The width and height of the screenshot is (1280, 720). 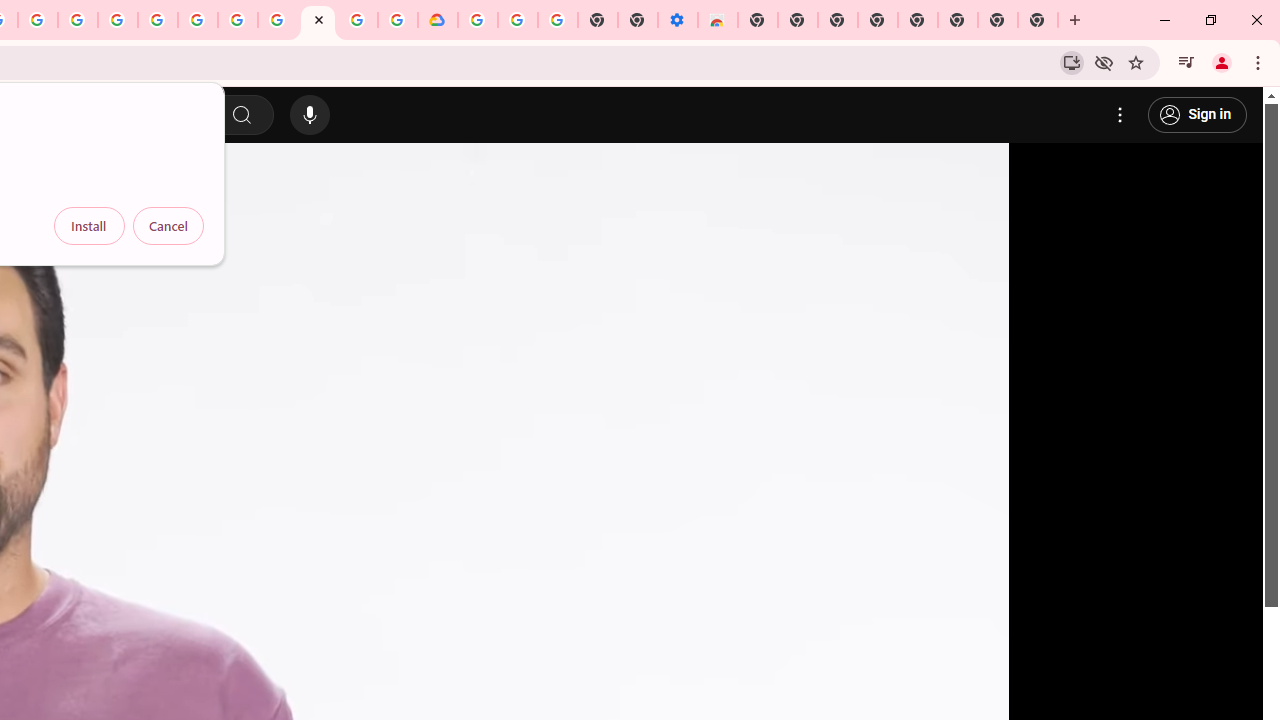 I want to click on 'Google Account Help', so click(x=238, y=20).